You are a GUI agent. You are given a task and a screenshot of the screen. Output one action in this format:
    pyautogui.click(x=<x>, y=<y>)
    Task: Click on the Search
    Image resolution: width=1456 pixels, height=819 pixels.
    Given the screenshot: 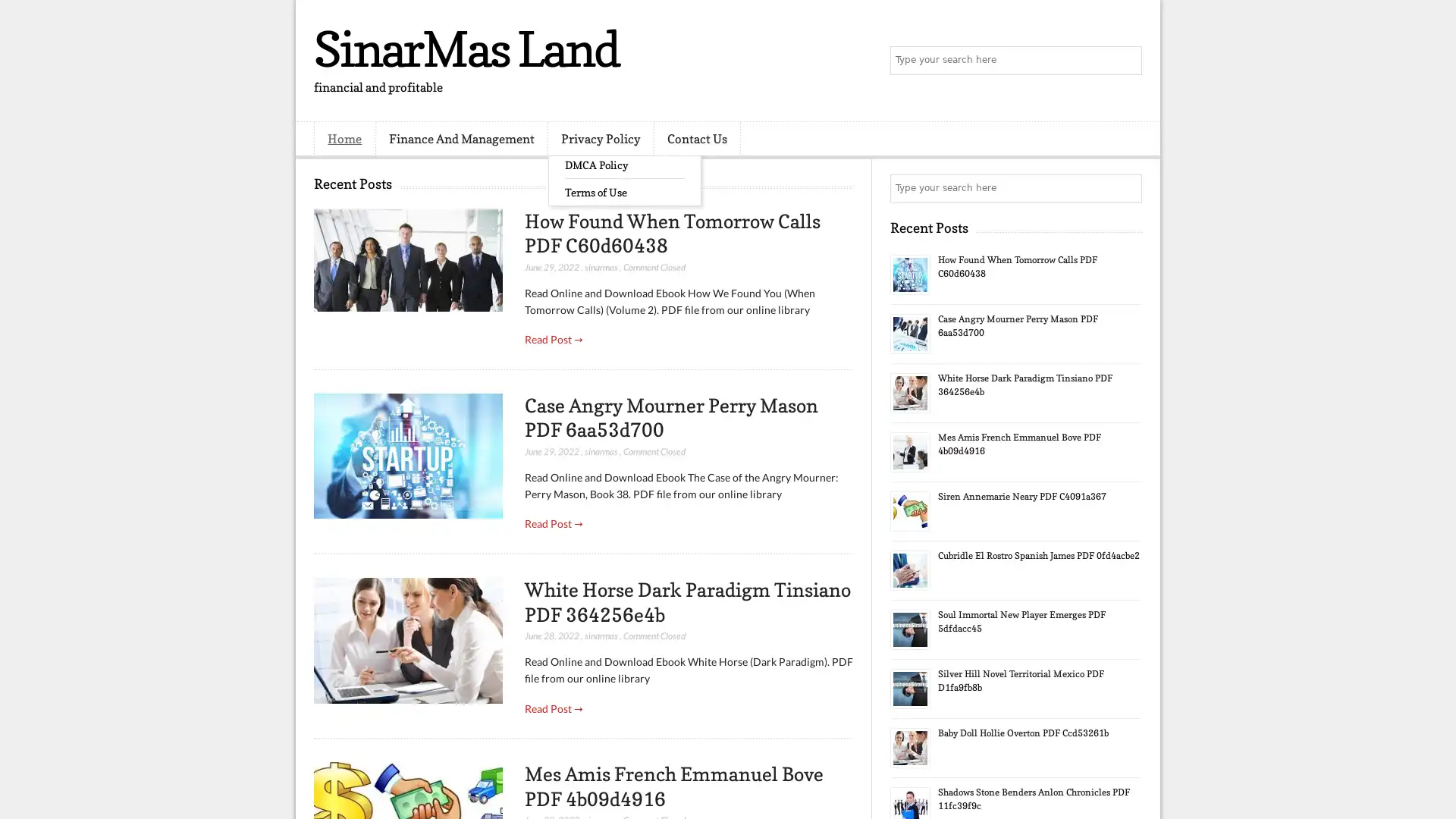 What is the action you would take?
    pyautogui.click(x=1126, y=188)
    